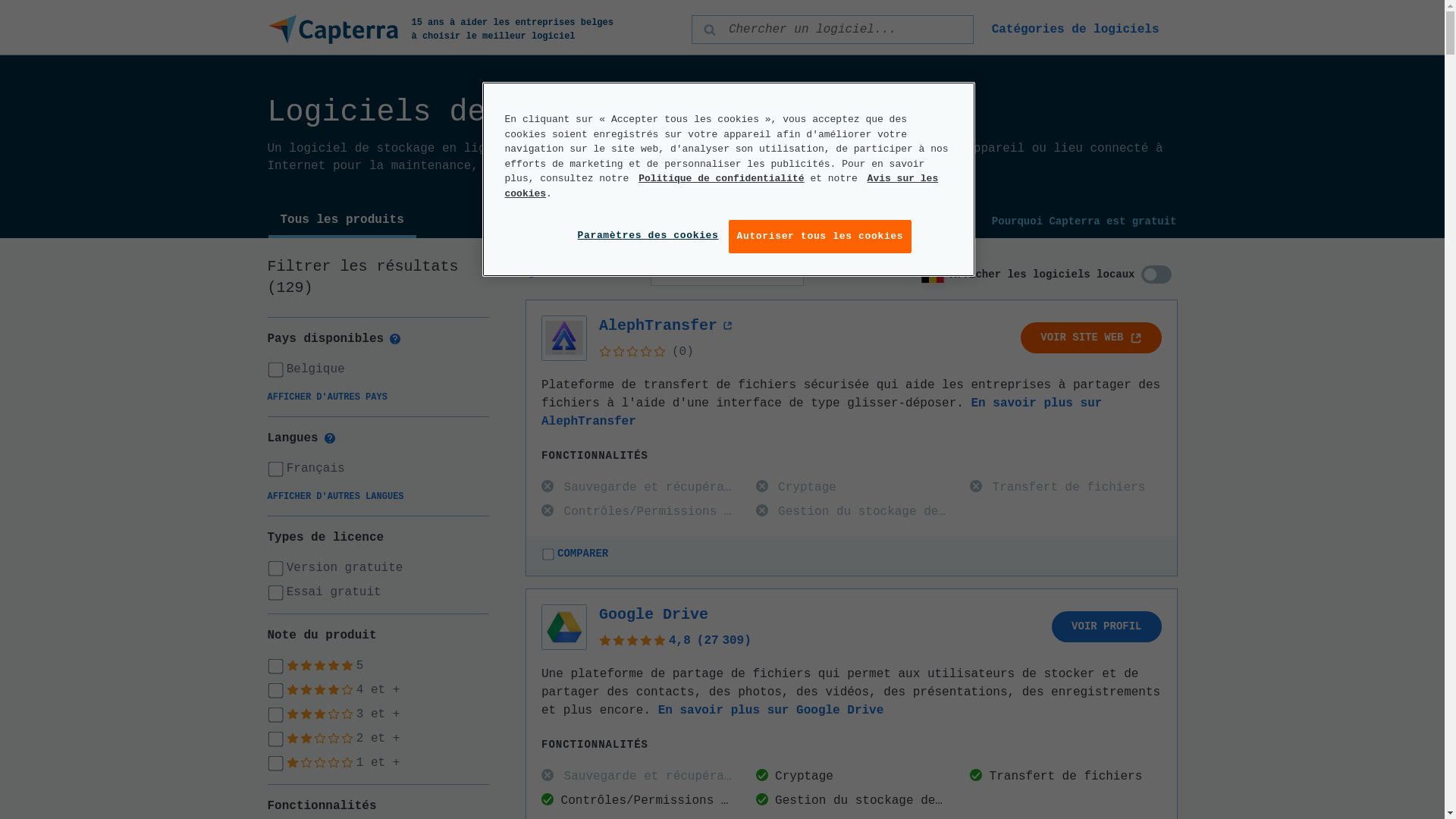 Image resolution: width=1456 pixels, height=819 pixels. I want to click on 'AlephTransfer', so click(666, 325).